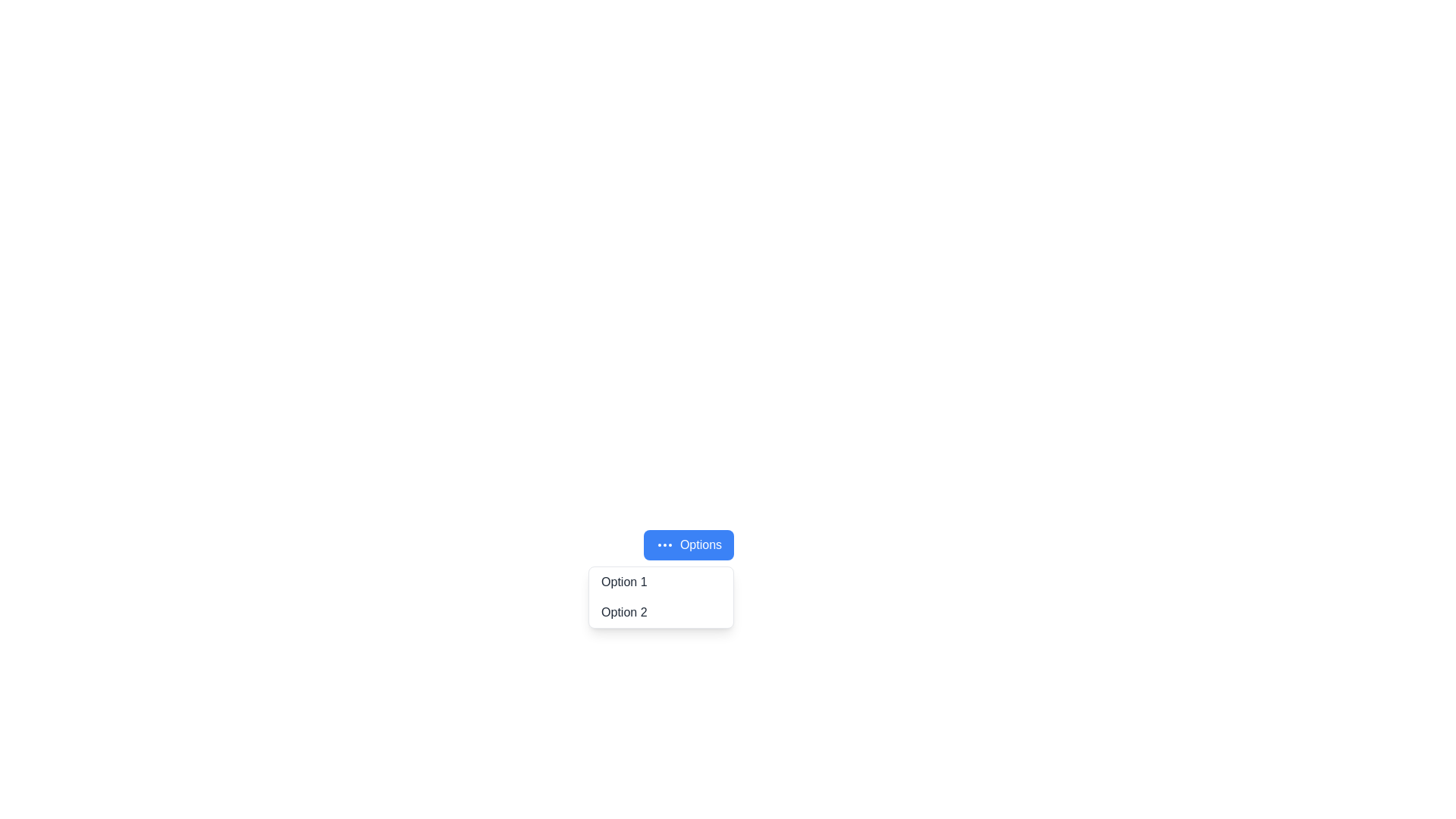 Image resolution: width=1456 pixels, height=819 pixels. What do you see at coordinates (661, 611) in the screenshot?
I see `the 'Option 2' menu option in the dropdown menu located below 'Option 1'` at bounding box center [661, 611].